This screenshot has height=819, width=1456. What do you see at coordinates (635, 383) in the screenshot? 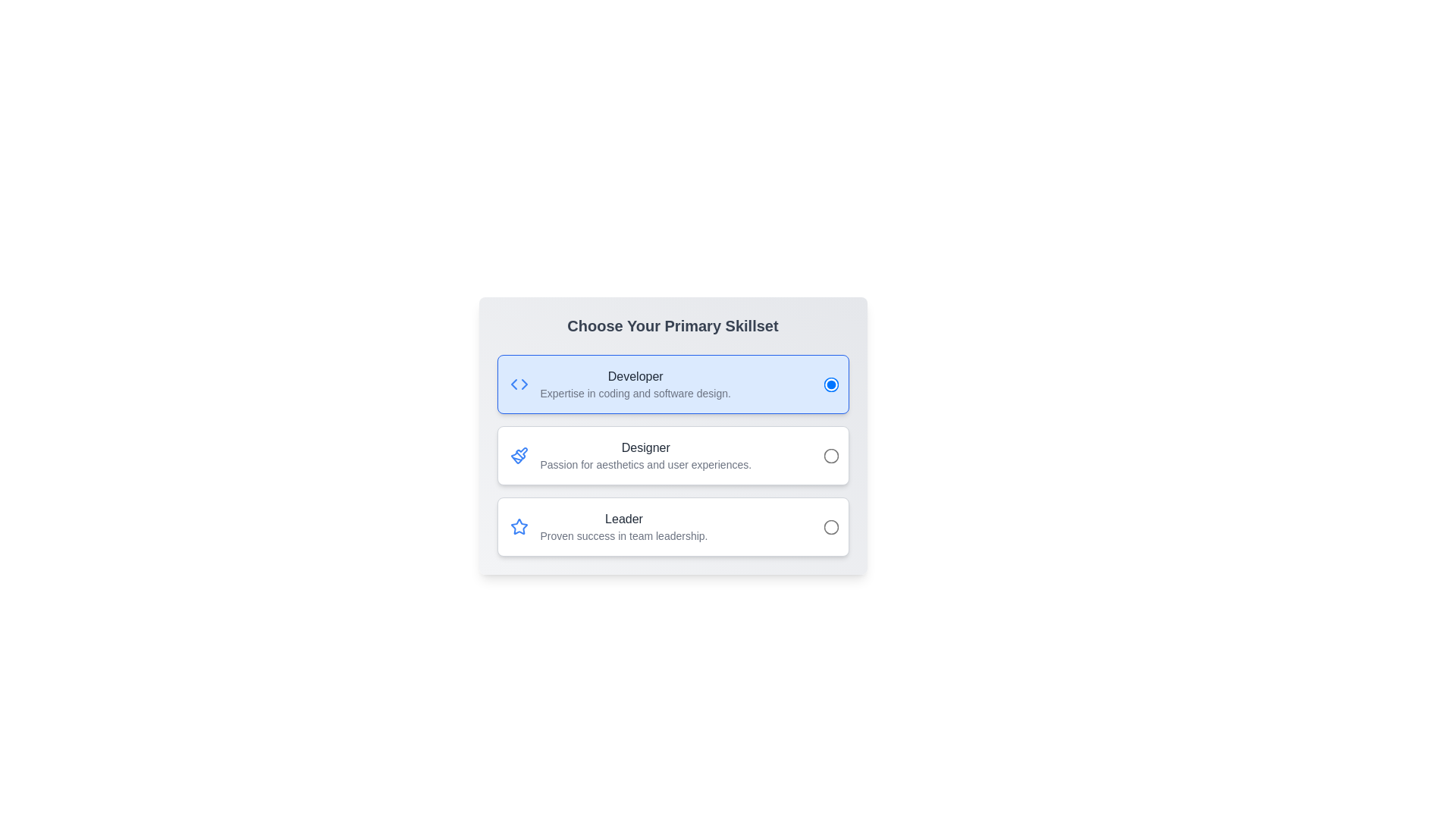
I see `contents of the text block that describes the first skill option, 'Developer', which includes expertise in coding and software design` at bounding box center [635, 383].